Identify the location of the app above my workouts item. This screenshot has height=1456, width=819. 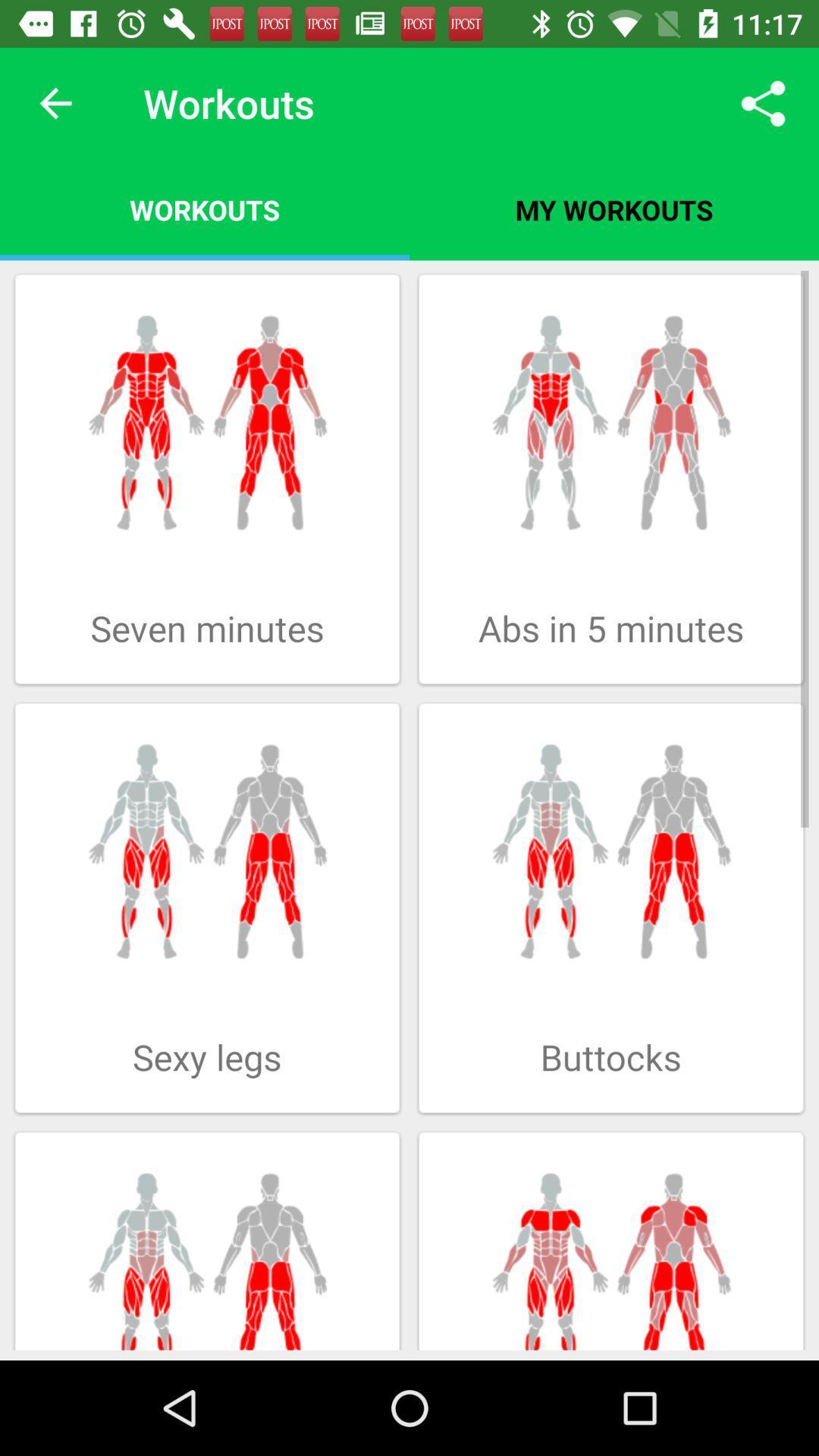
(763, 102).